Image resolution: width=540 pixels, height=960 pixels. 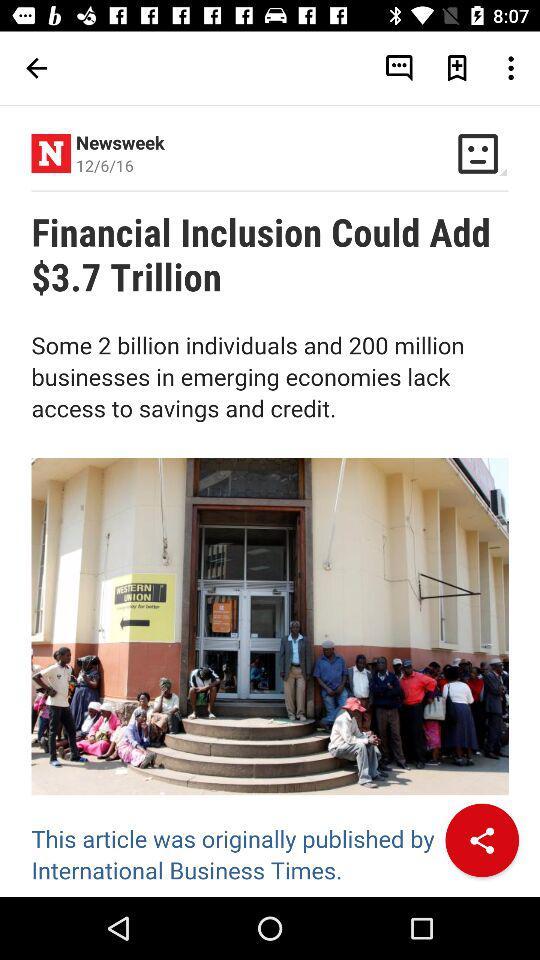 What do you see at coordinates (399, 68) in the screenshot?
I see `the icon right to left arrow at top right` at bounding box center [399, 68].